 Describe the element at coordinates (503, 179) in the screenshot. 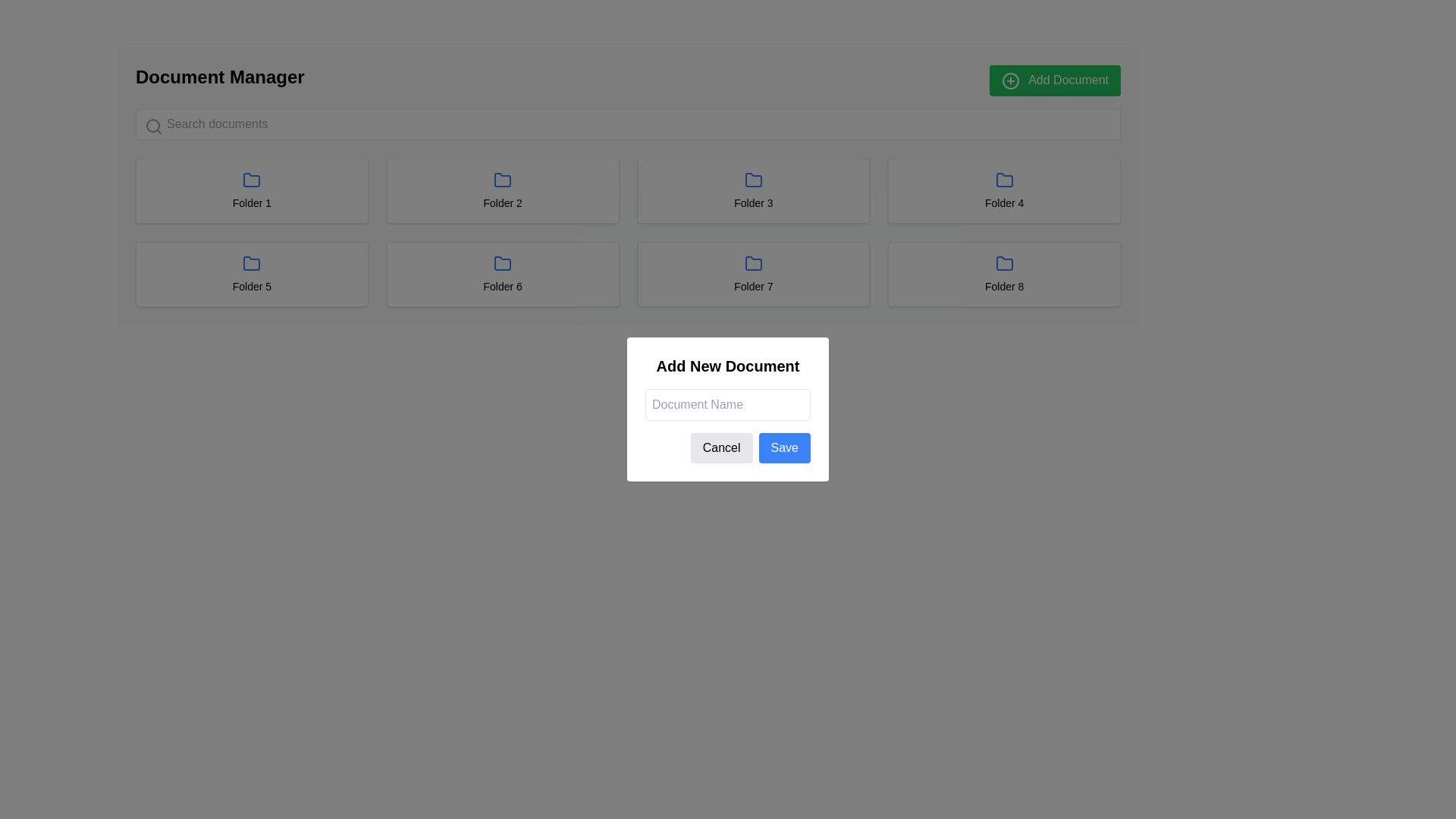

I see `the second folder icon in the grid layout, located in the first row, second column` at that location.